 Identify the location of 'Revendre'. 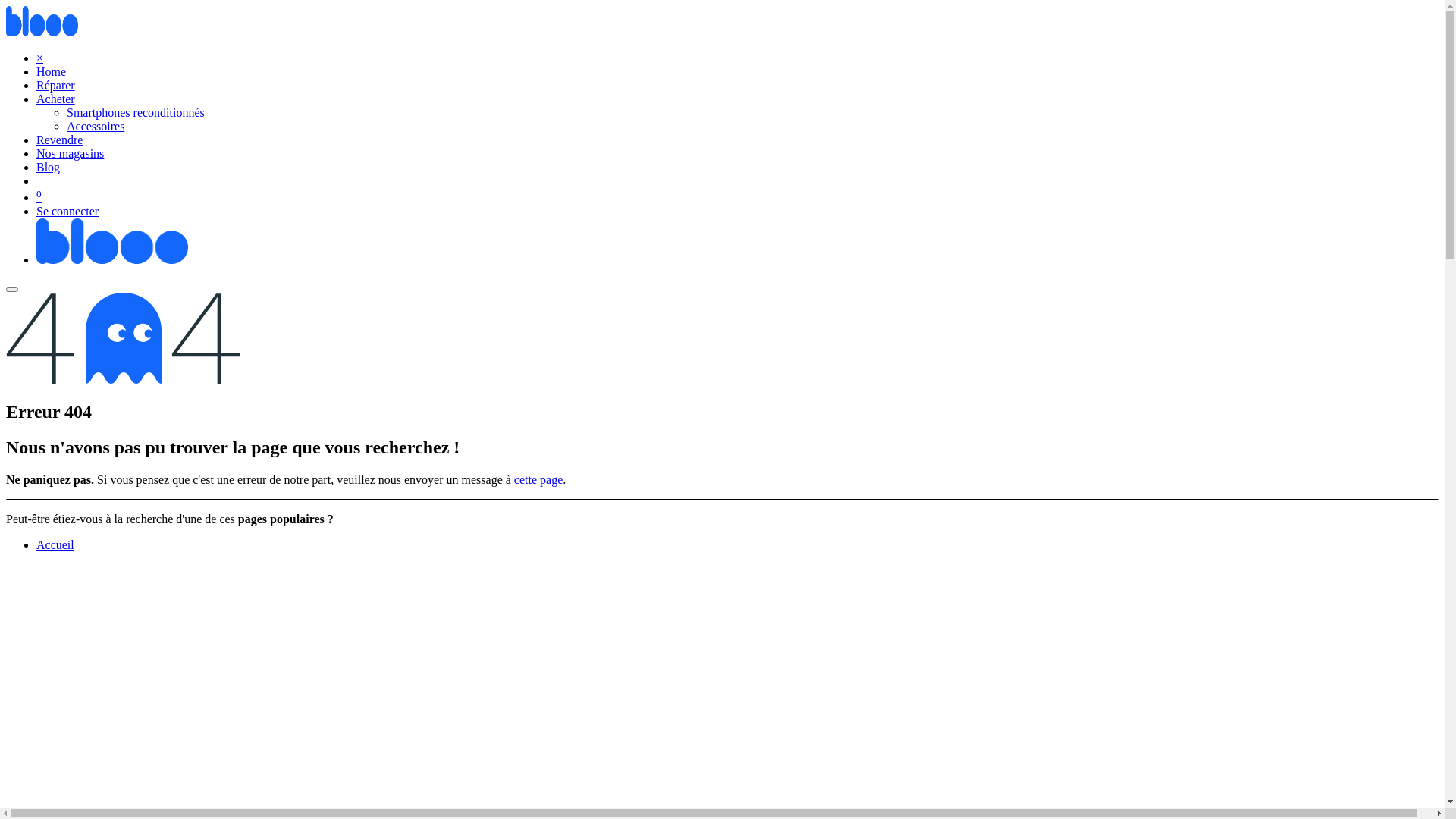
(59, 140).